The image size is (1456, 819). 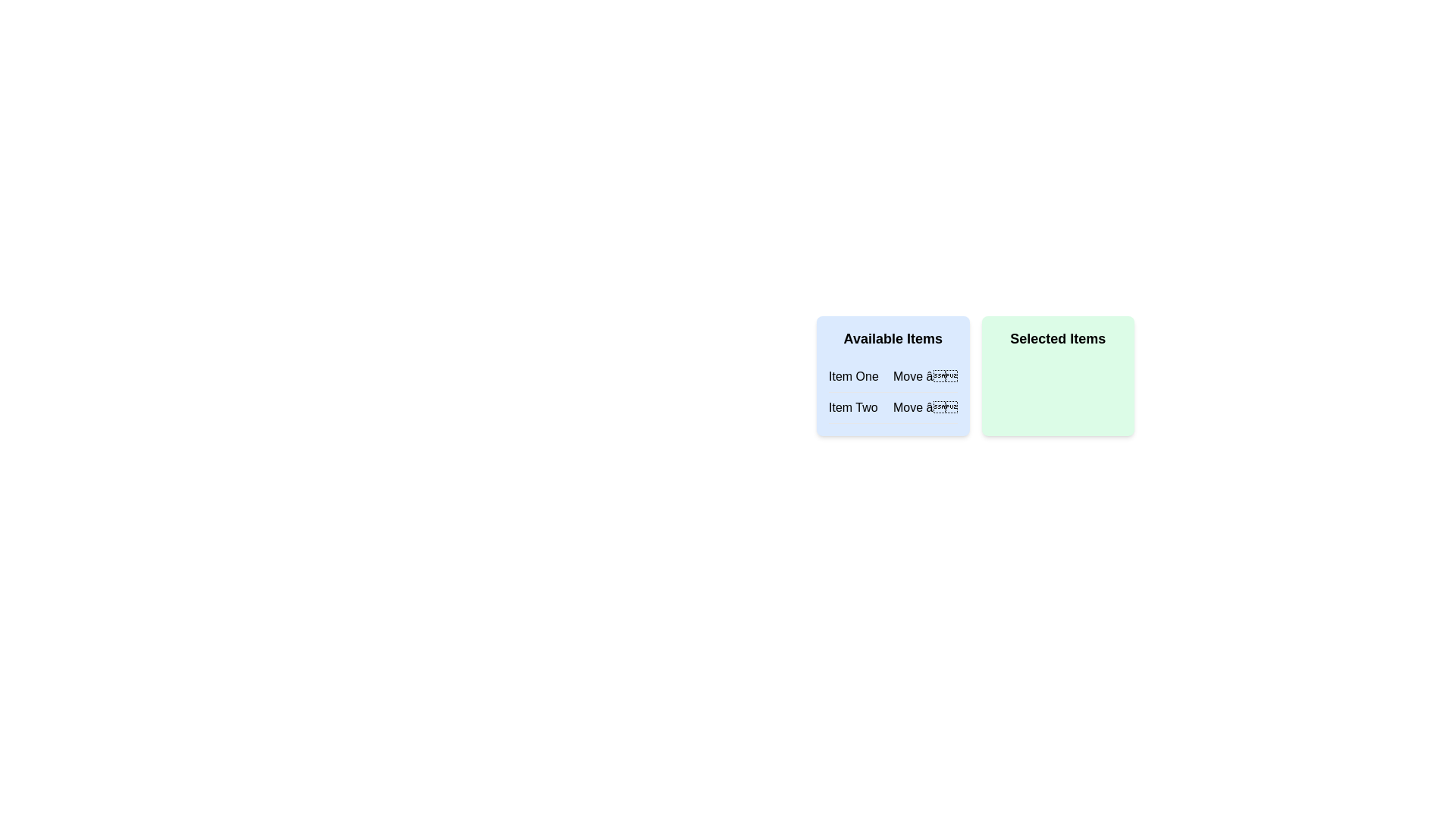 What do you see at coordinates (1057, 338) in the screenshot?
I see `the header of Selected Items group` at bounding box center [1057, 338].